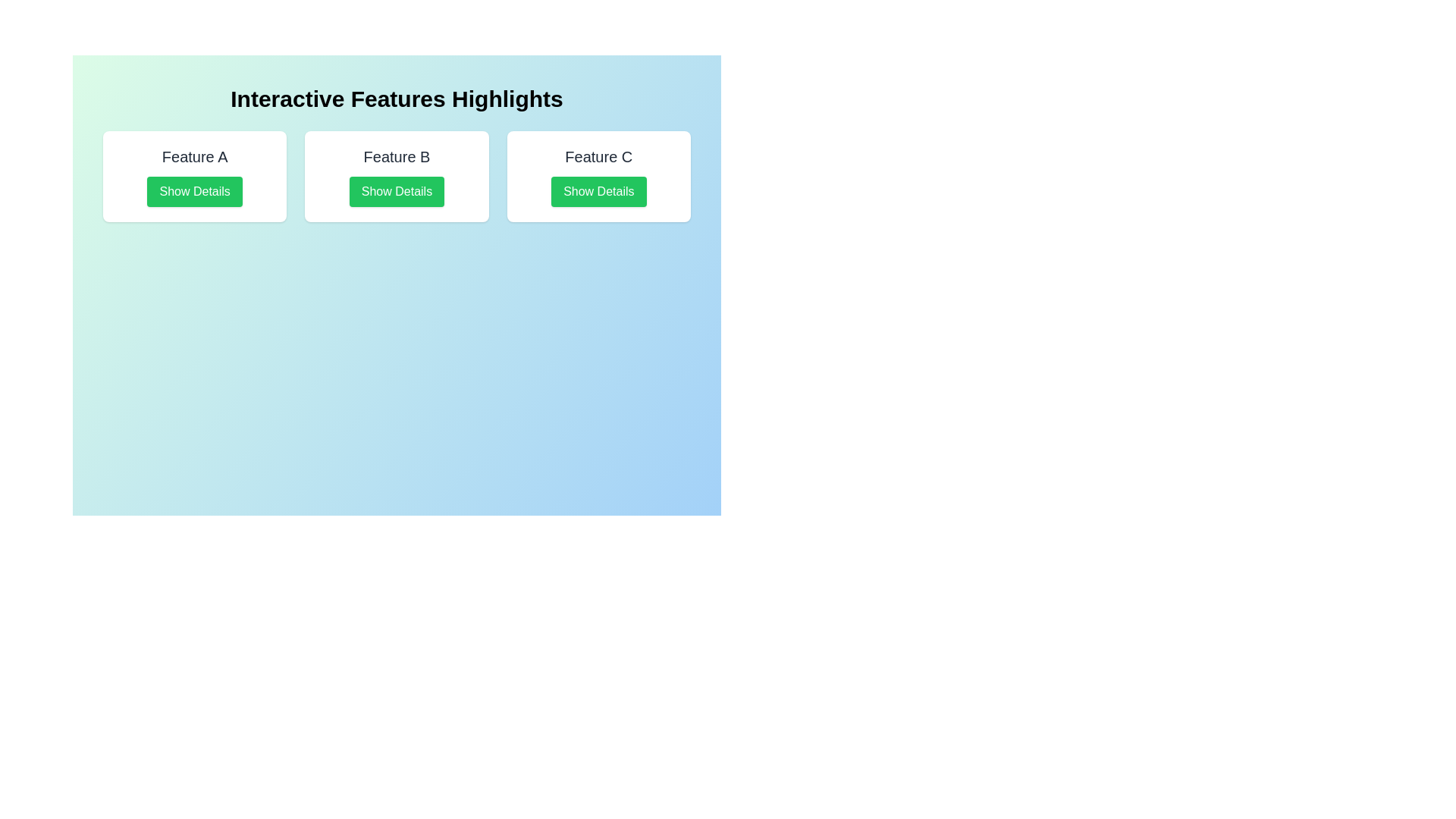  What do you see at coordinates (397, 157) in the screenshot?
I see `the static text label that displays the title or name of a feature, positioned above the 'Show Details' button in the middle feature block of a three-column layout` at bounding box center [397, 157].